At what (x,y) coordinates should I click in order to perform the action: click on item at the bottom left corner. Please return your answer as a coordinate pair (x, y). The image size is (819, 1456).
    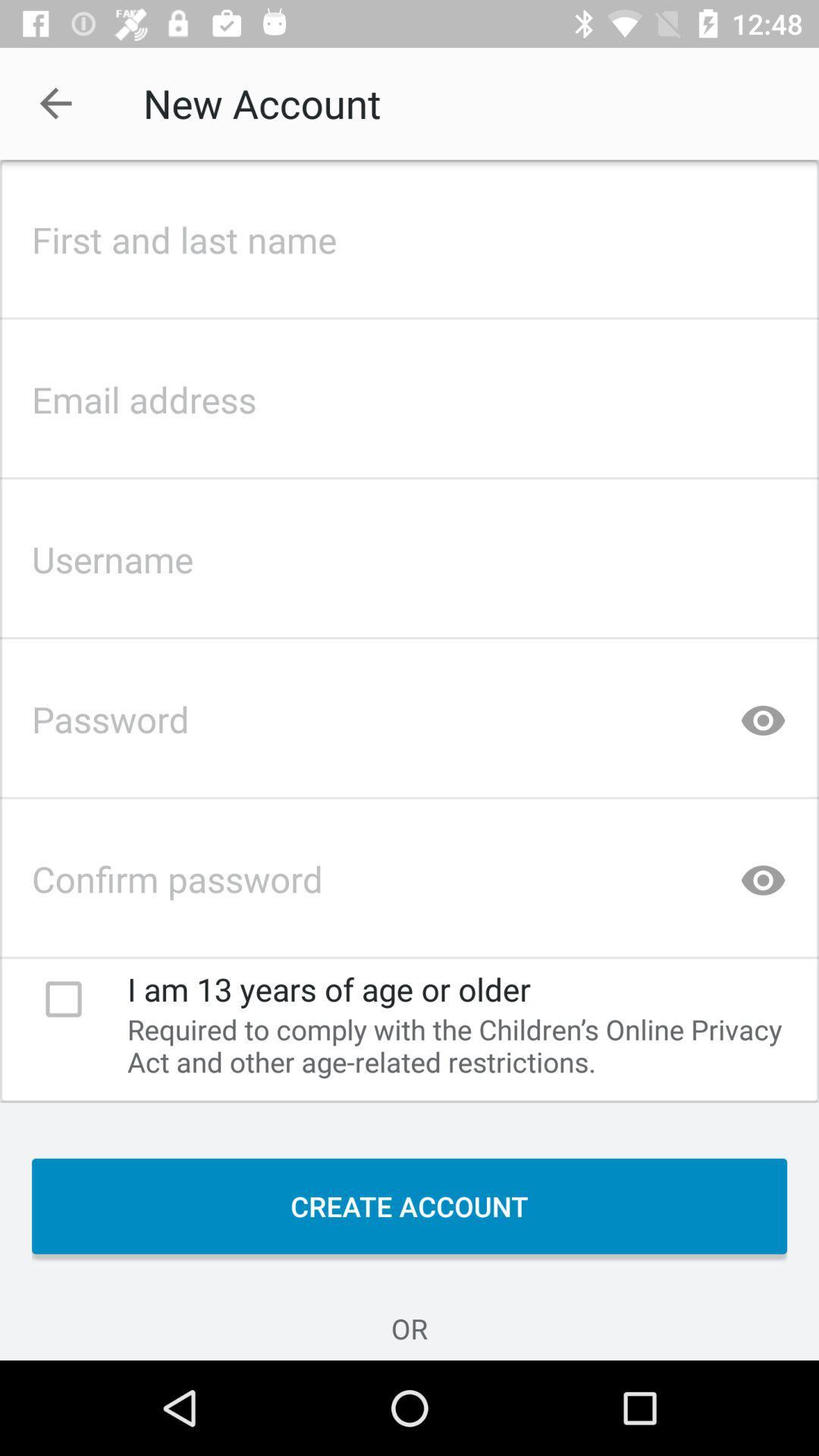
    Looking at the image, I should click on (63, 999).